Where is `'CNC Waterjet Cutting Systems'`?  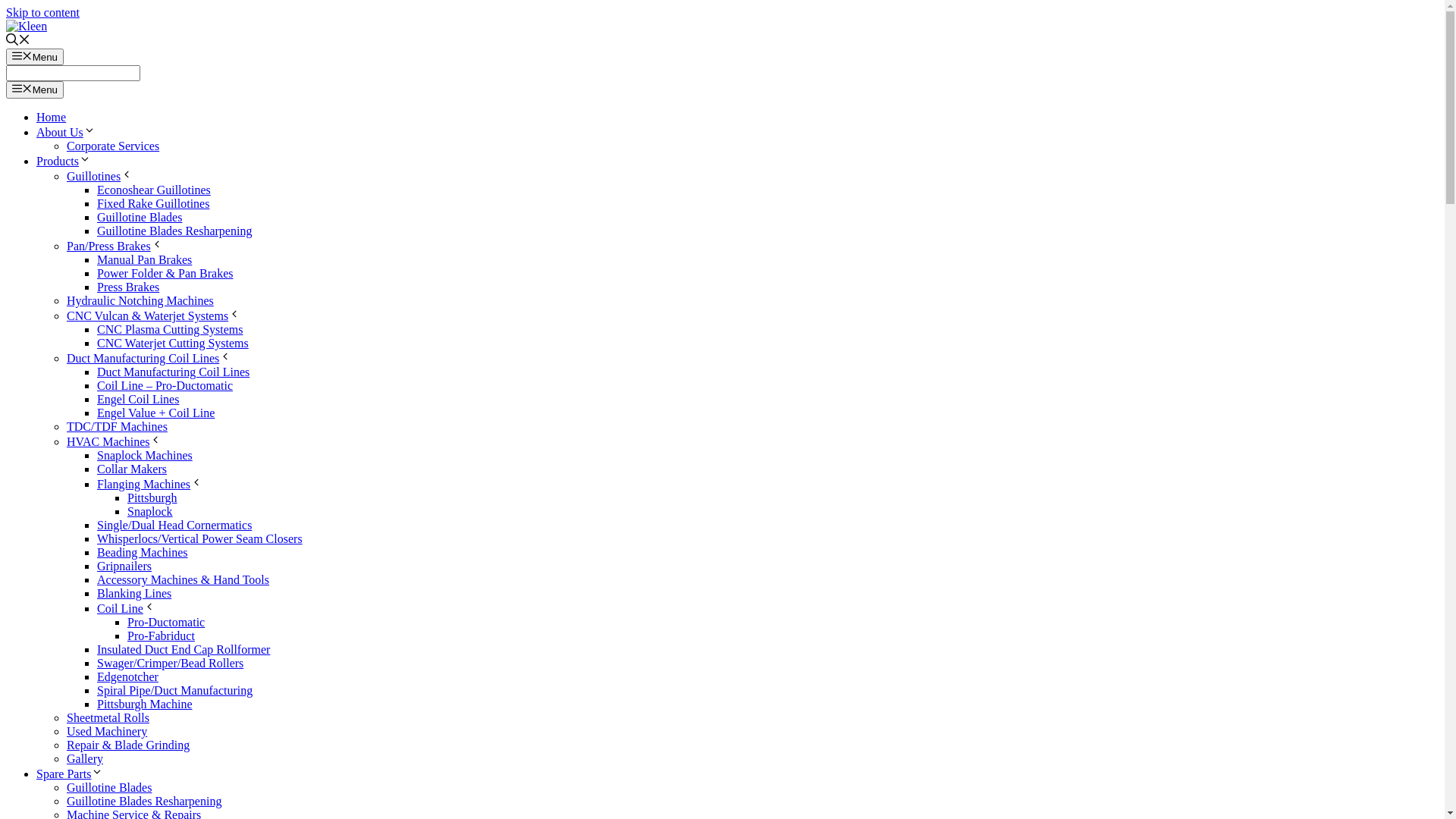 'CNC Waterjet Cutting Systems' is located at coordinates (172, 343).